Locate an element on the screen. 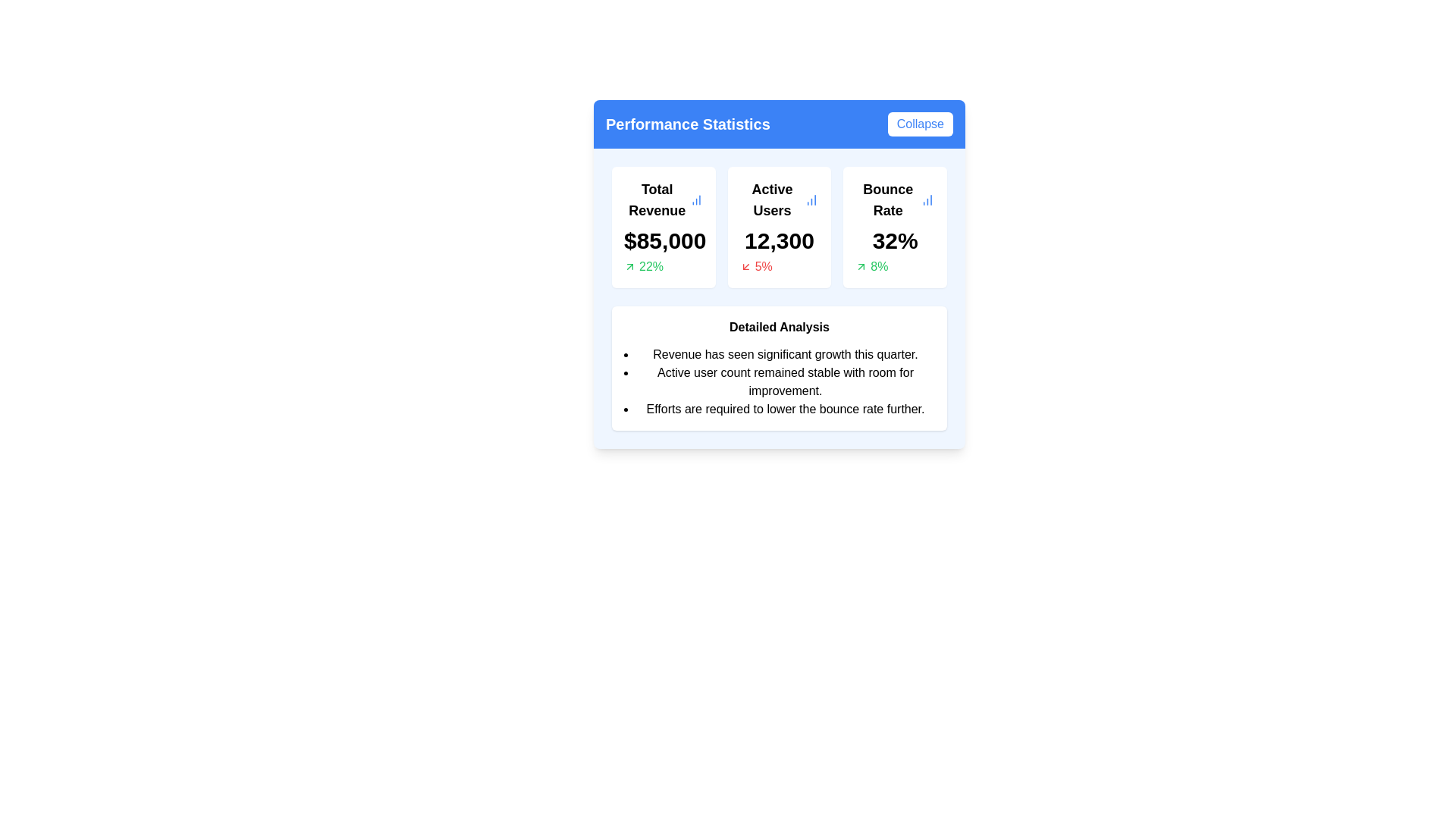 This screenshot has width=1456, height=819. the text element reading 'Revenue has seen significant growth this quarter.' which is the first item in a bullet-pointed list under the section titled 'Detailed Analysis.' is located at coordinates (786, 354).